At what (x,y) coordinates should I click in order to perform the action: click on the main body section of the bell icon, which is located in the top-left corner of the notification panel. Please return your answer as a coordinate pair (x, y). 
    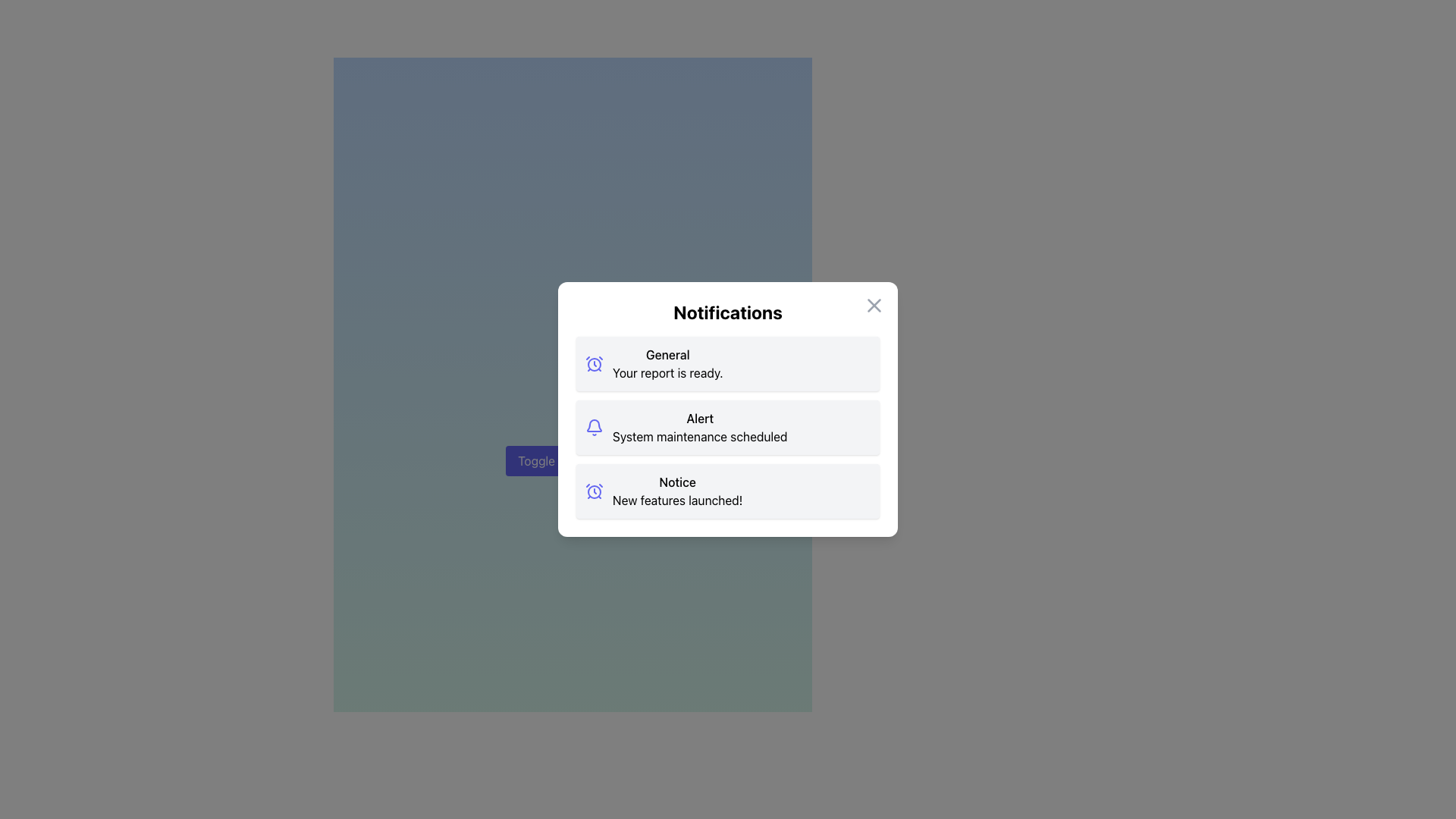
    Looking at the image, I should click on (593, 425).